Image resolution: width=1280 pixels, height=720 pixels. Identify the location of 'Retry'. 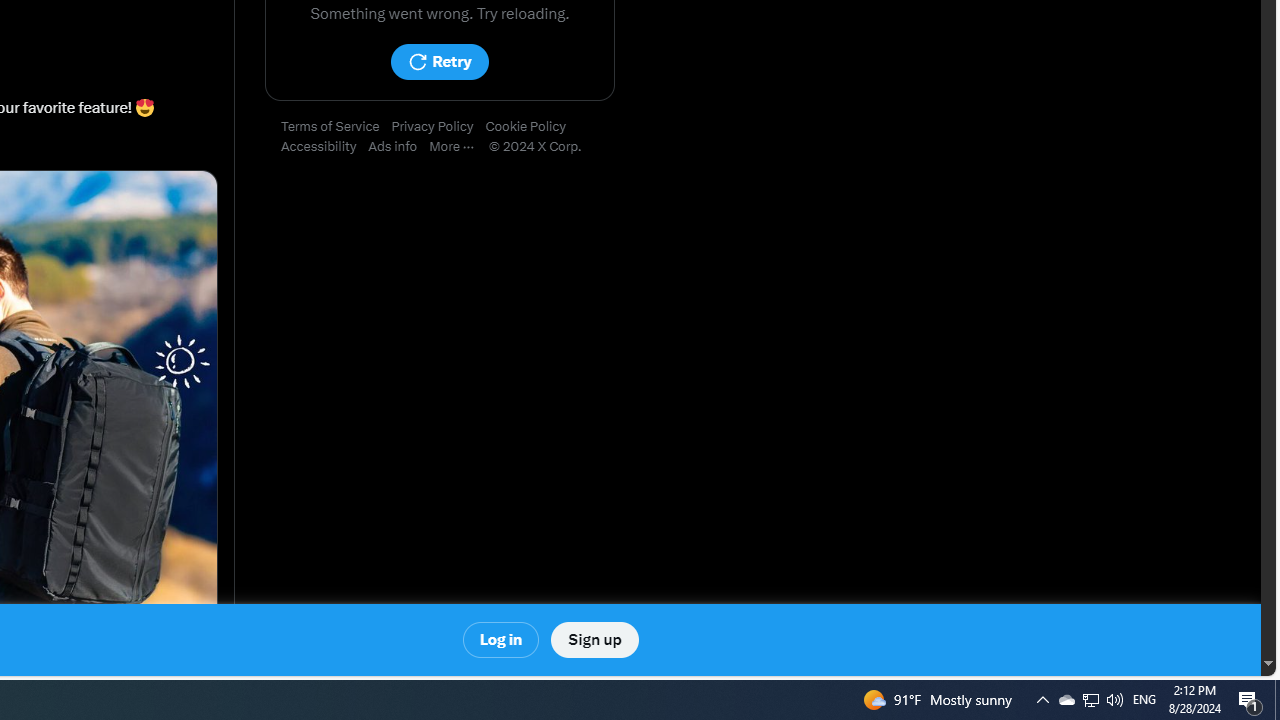
(438, 61).